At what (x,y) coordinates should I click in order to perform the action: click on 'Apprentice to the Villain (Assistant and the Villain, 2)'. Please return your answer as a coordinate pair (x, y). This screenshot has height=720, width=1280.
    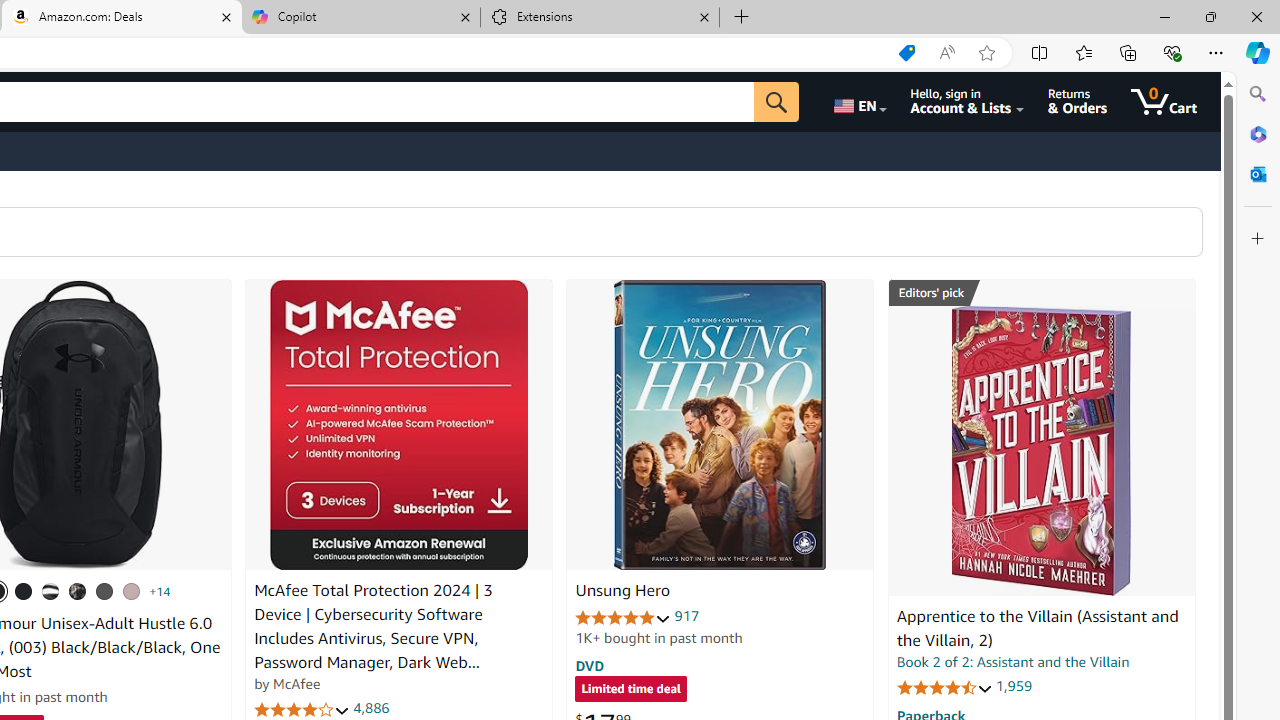
    Looking at the image, I should click on (1040, 451).